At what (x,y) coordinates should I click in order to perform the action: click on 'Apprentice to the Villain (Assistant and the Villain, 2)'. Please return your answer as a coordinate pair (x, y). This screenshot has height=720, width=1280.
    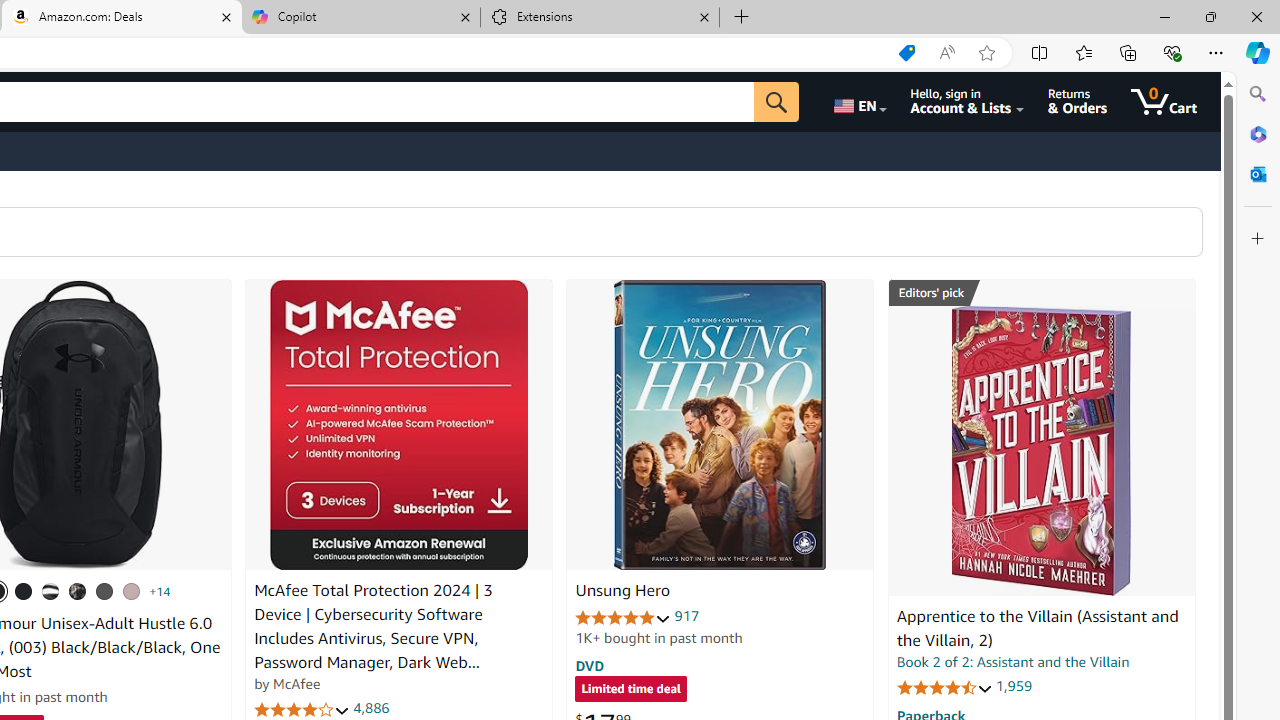
    Looking at the image, I should click on (1040, 451).